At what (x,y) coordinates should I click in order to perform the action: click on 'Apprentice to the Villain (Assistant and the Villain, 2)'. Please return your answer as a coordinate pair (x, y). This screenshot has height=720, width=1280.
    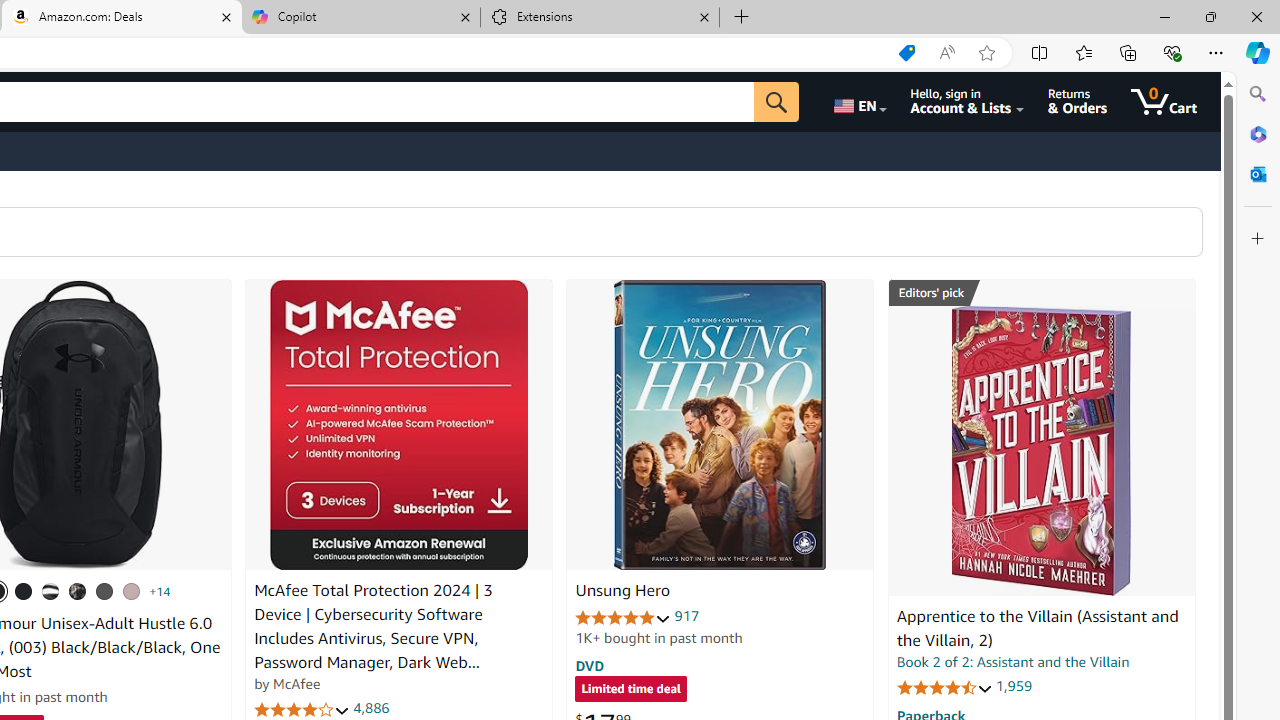
    Looking at the image, I should click on (1040, 451).